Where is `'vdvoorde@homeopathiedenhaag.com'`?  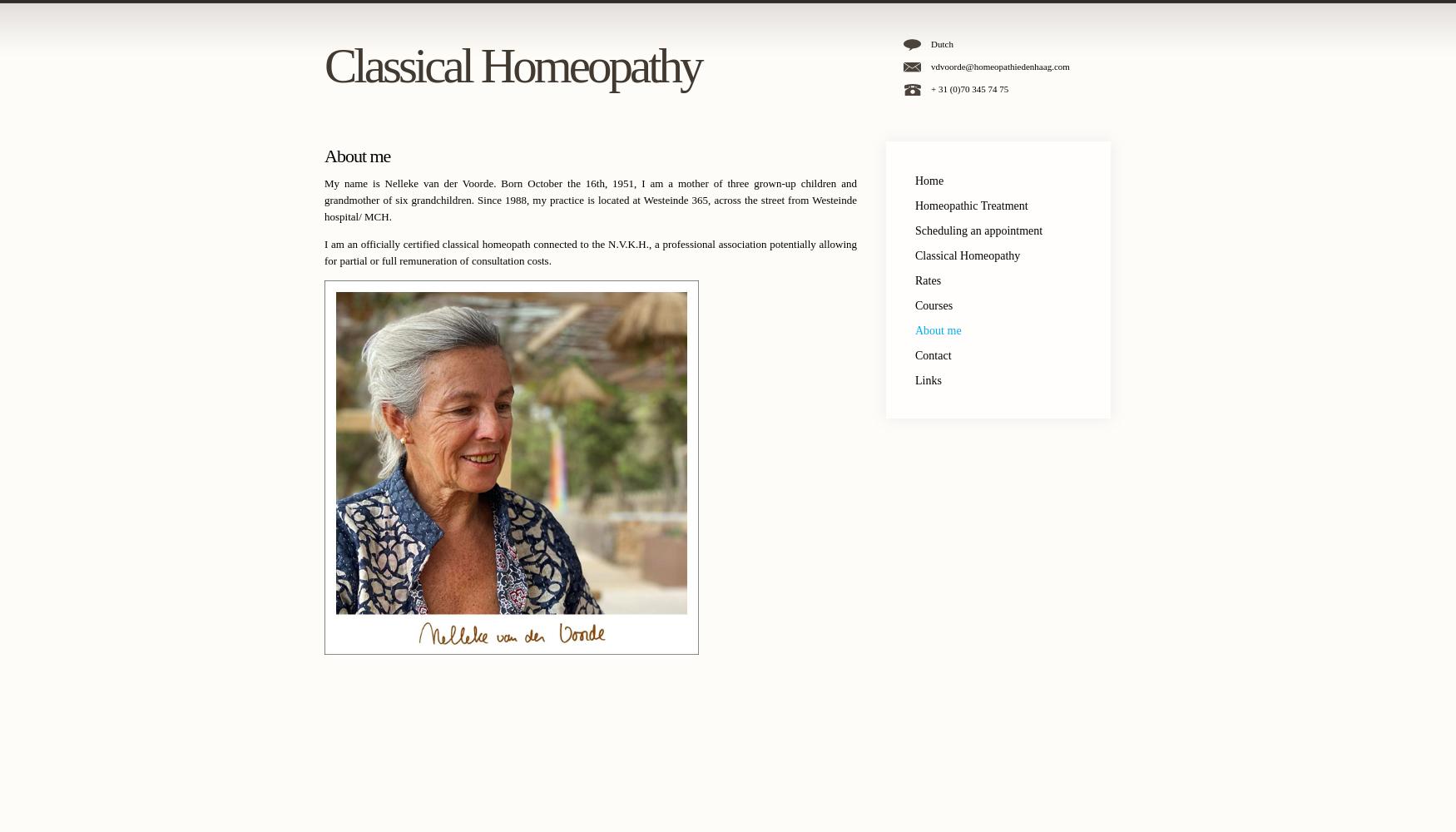
'vdvoorde@homeopathiedenhaag.com' is located at coordinates (1000, 66).